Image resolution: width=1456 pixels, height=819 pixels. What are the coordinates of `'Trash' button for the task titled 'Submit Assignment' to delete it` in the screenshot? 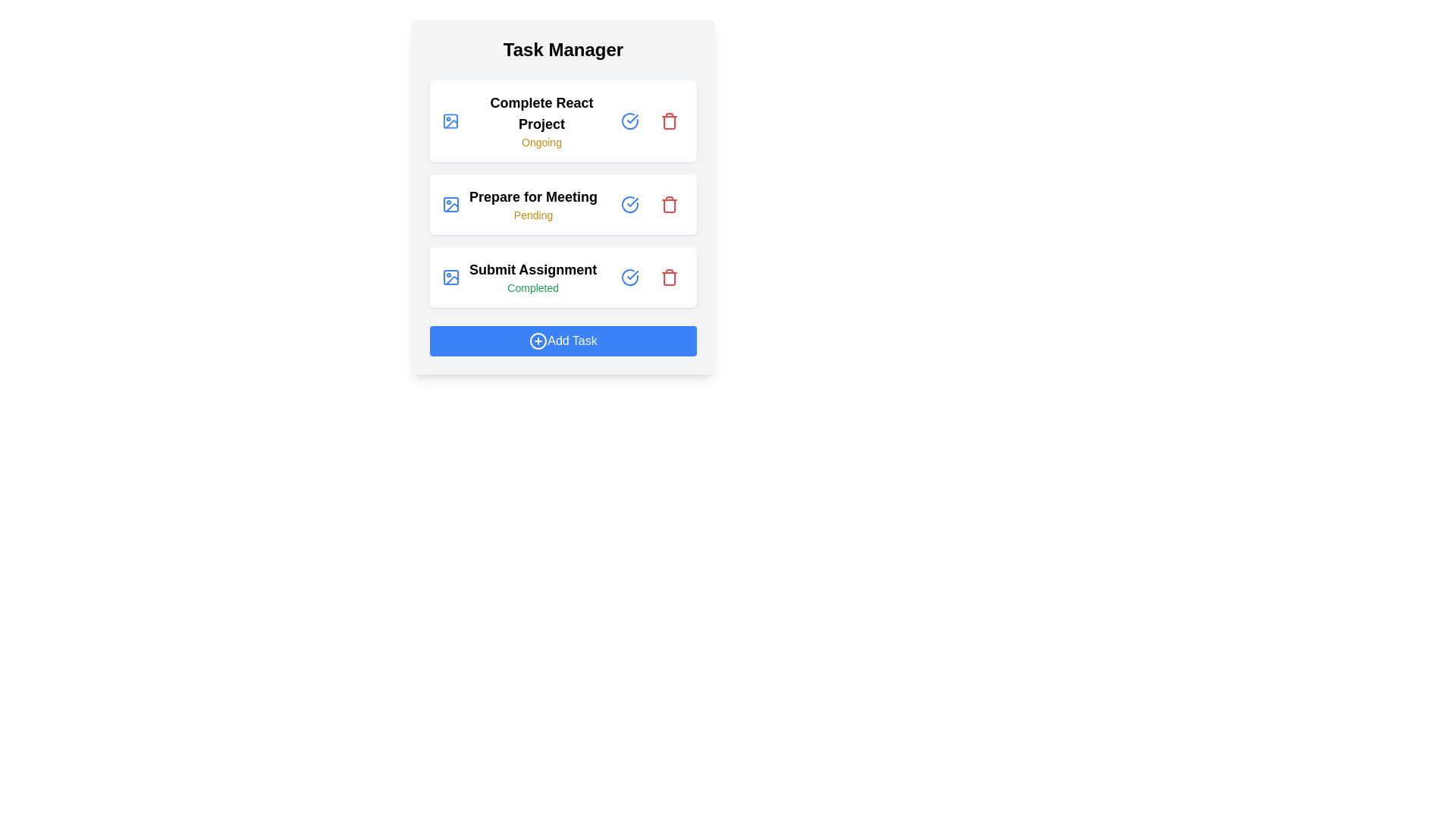 It's located at (669, 278).